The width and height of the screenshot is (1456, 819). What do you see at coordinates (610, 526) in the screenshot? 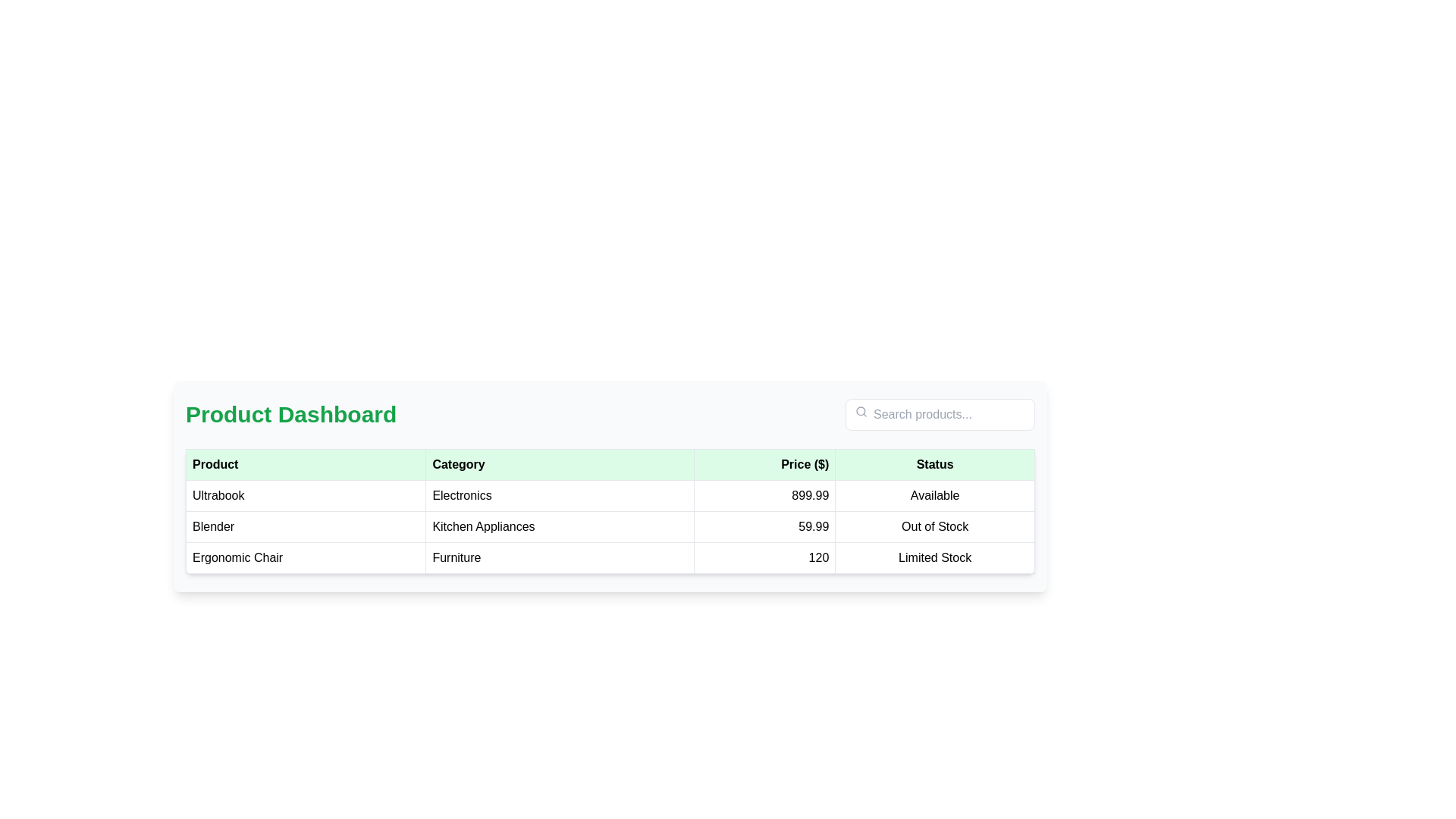
I see `the second row of the product table displaying 'Blender', 'Kitchen Appliances', '59.99', and 'Out of Stock'` at bounding box center [610, 526].